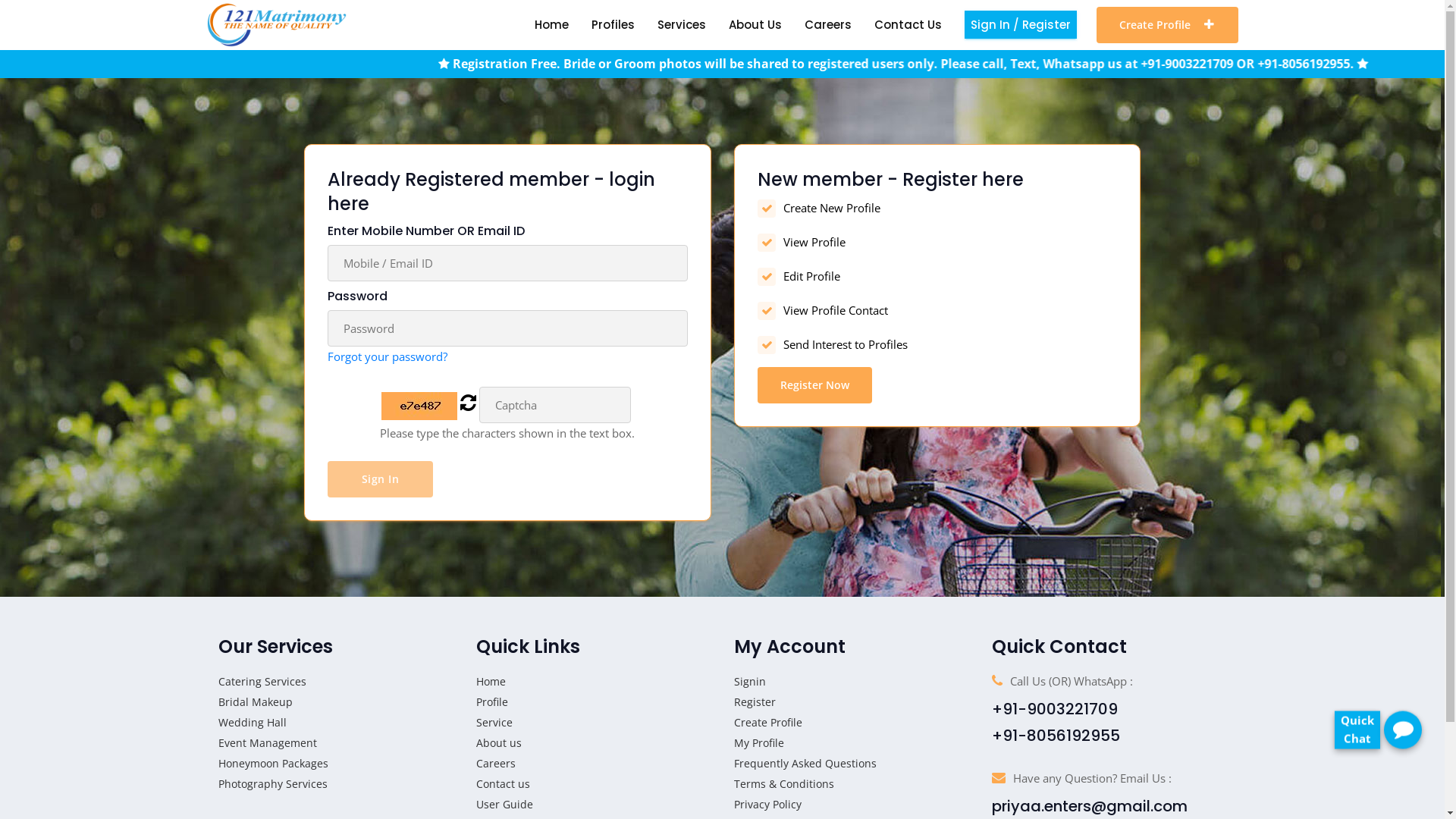 This screenshot has width=1456, height=819. What do you see at coordinates (491, 701) in the screenshot?
I see `'Profile'` at bounding box center [491, 701].